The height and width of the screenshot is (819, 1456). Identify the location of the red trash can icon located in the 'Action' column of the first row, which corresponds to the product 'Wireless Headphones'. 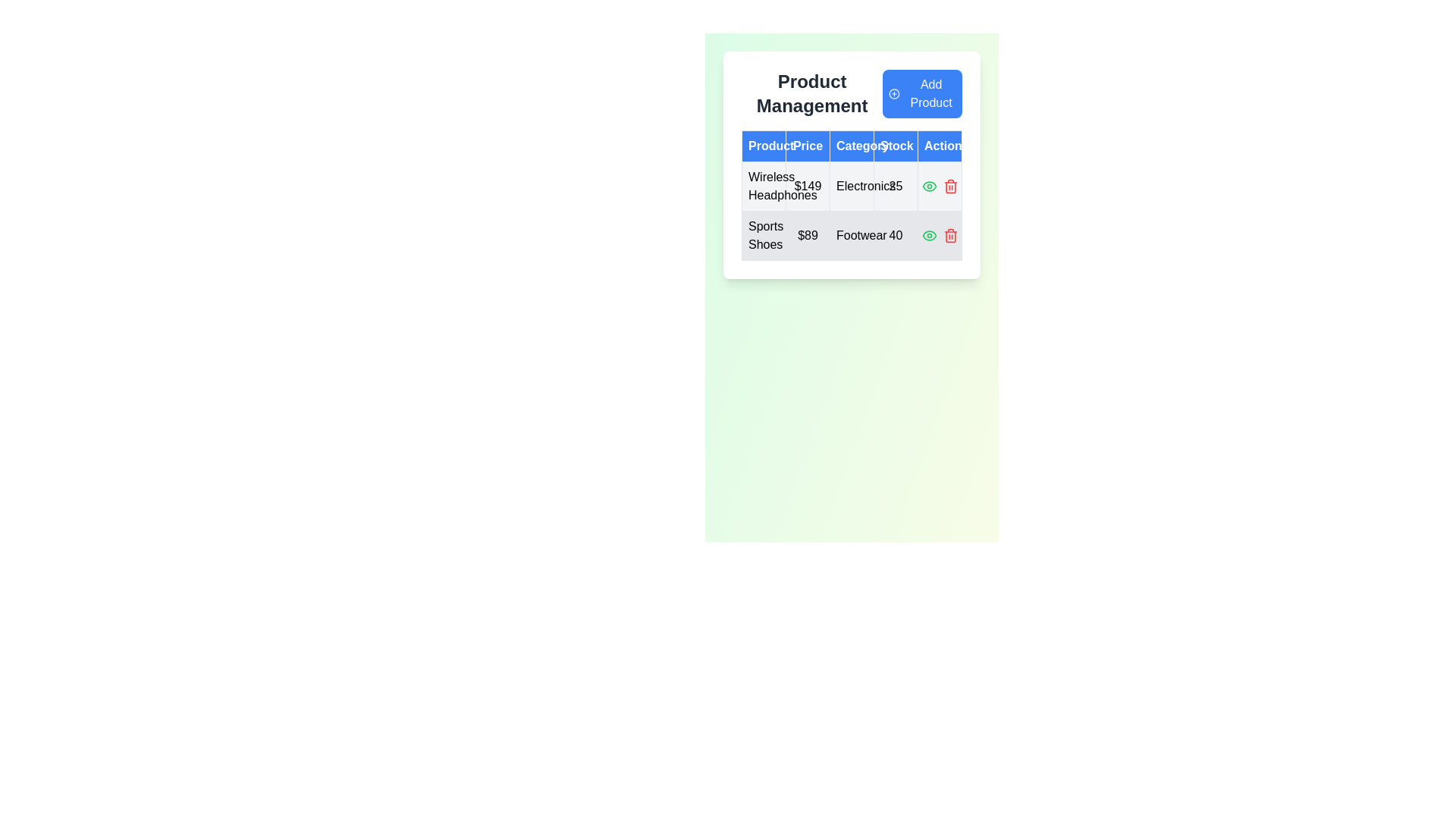
(949, 186).